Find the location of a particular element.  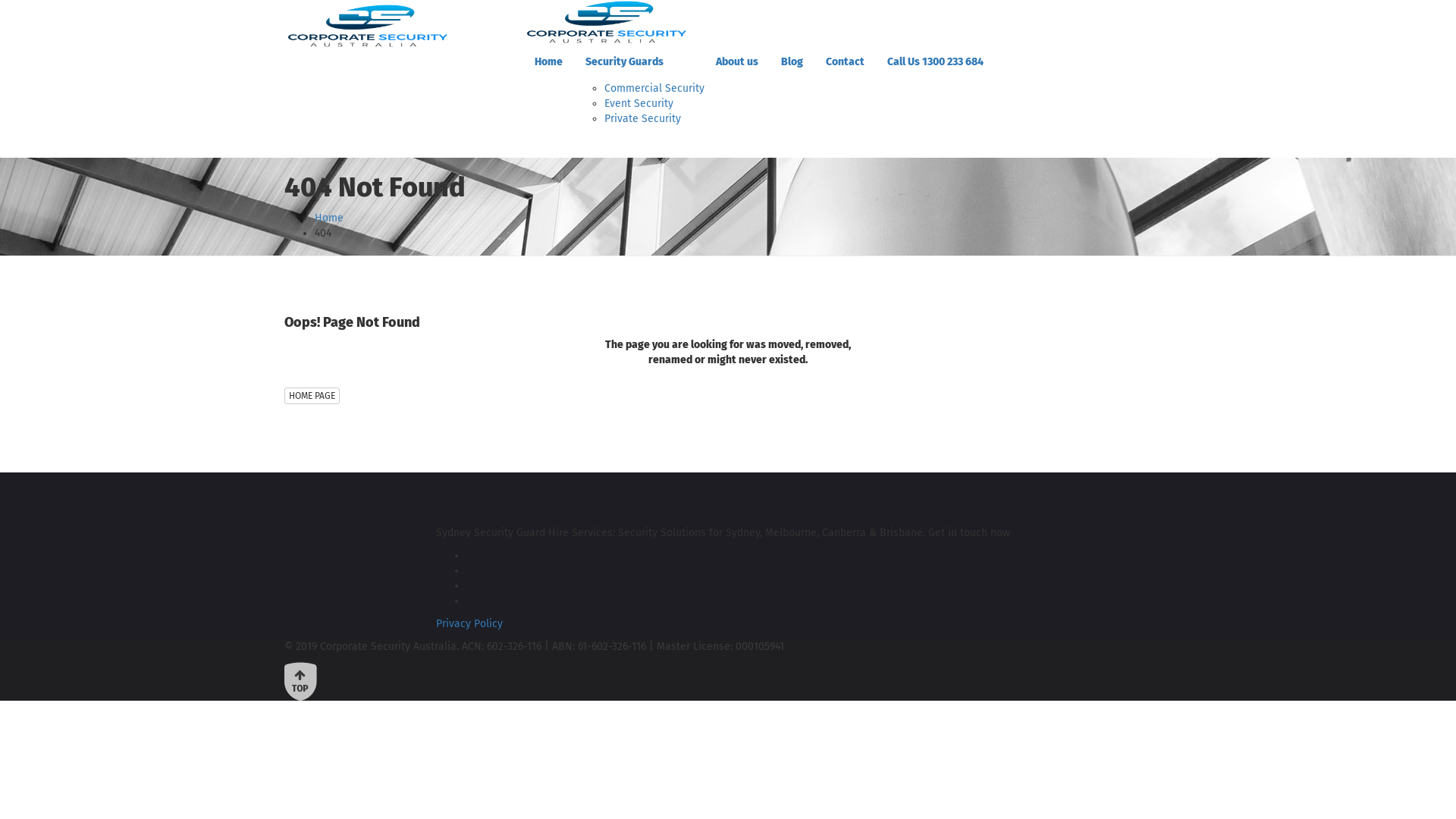

'About us' is located at coordinates (736, 61).